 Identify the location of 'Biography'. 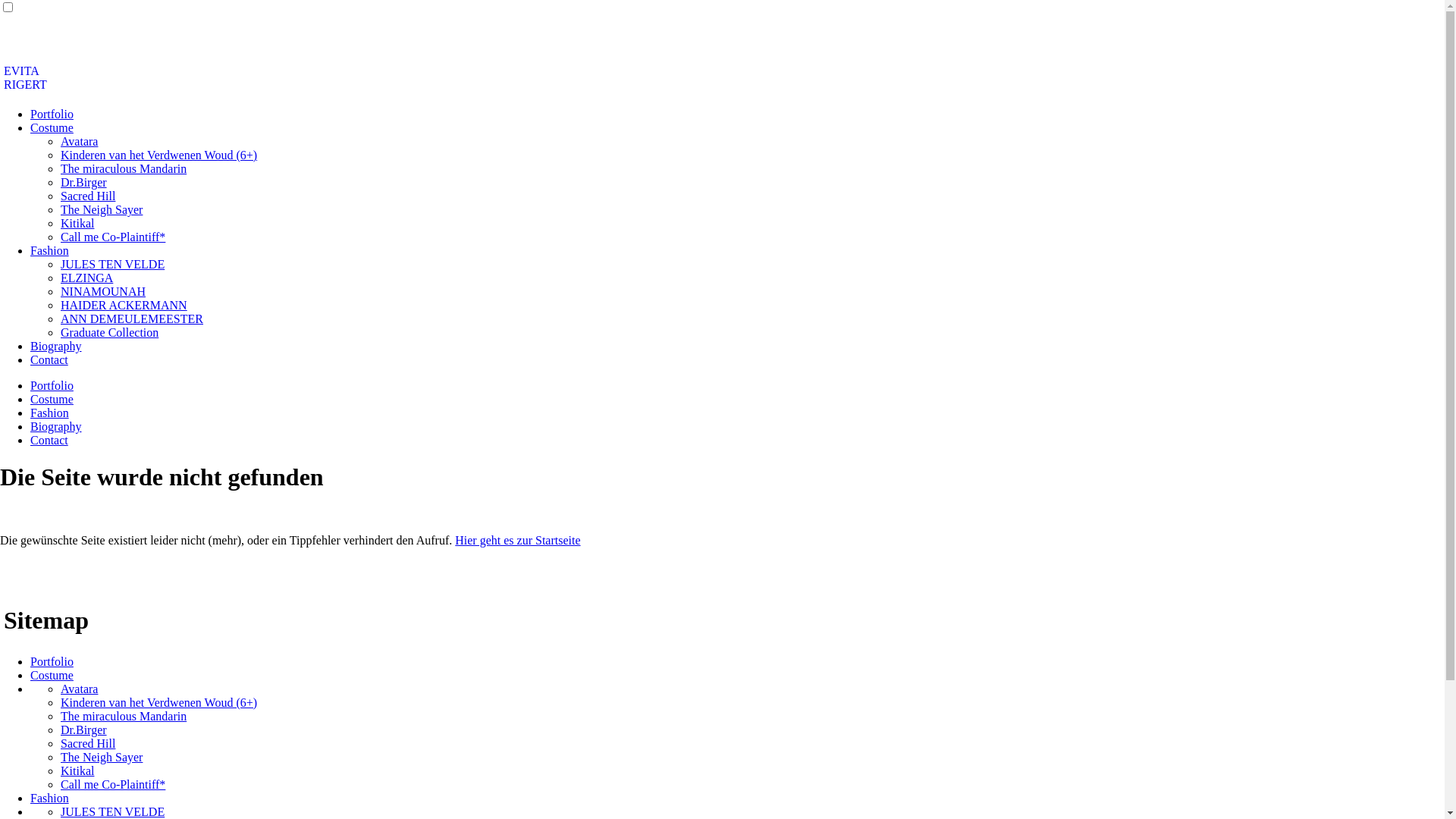
(55, 426).